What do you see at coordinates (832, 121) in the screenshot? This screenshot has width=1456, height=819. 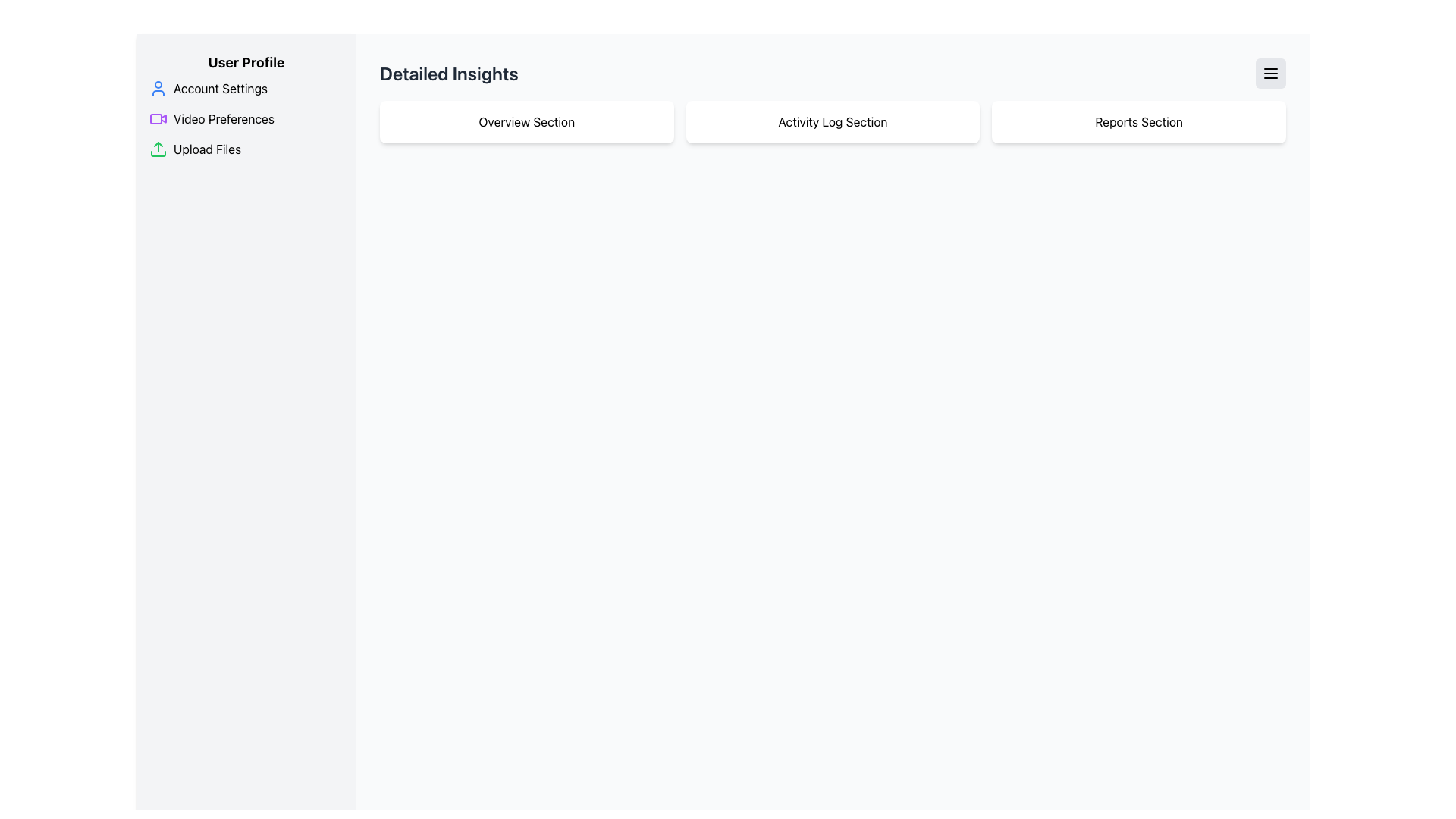 I see `the 'Activity Log Section', which is the second rectangular interactive section with a white background and rounded corners, located between the 'Overview Section' and 'Reports Section' under the 'Detailed Insights' header` at bounding box center [832, 121].